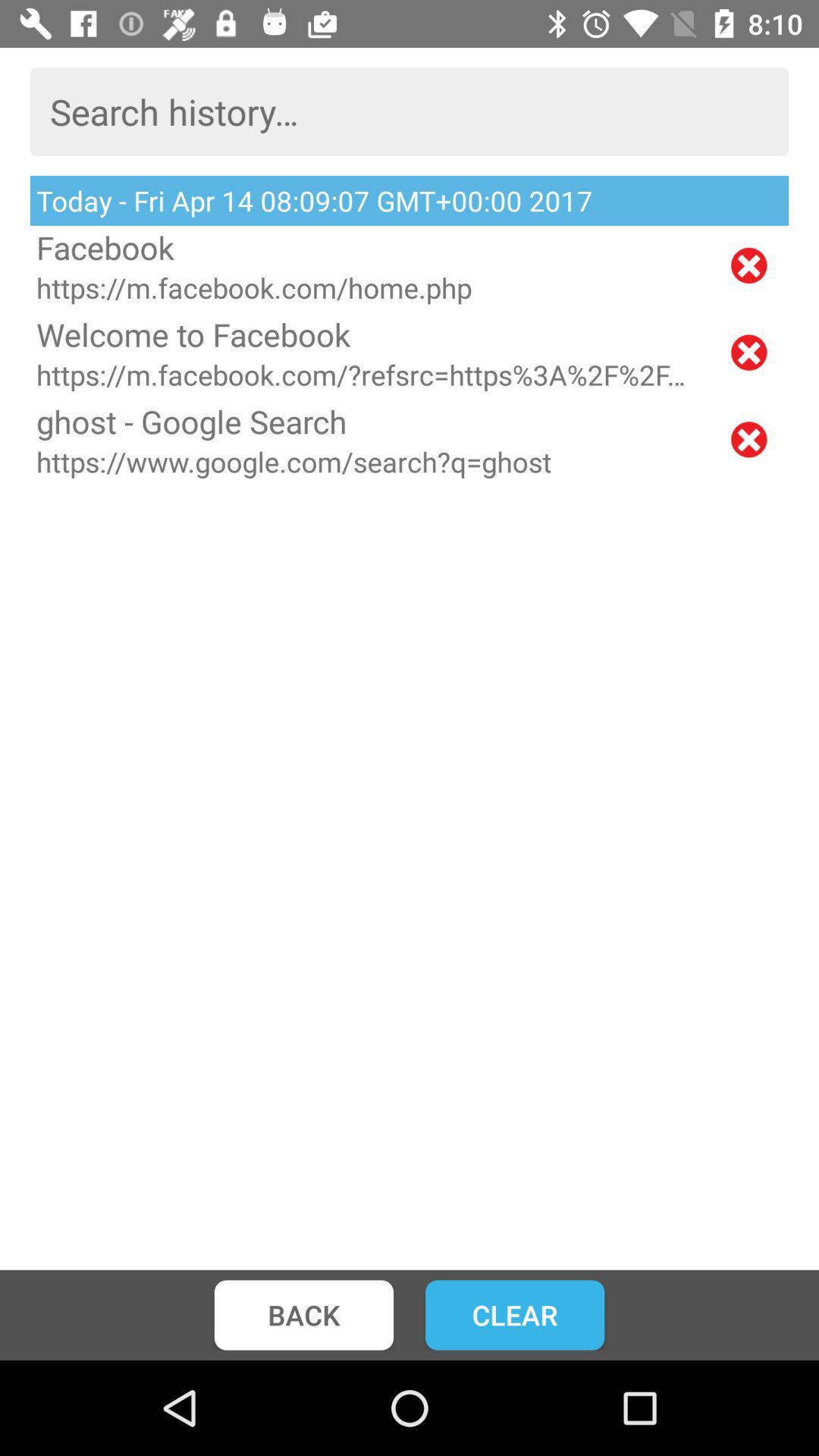  What do you see at coordinates (514, 1314) in the screenshot?
I see `item to the right of the back icon` at bounding box center [514, 1314].